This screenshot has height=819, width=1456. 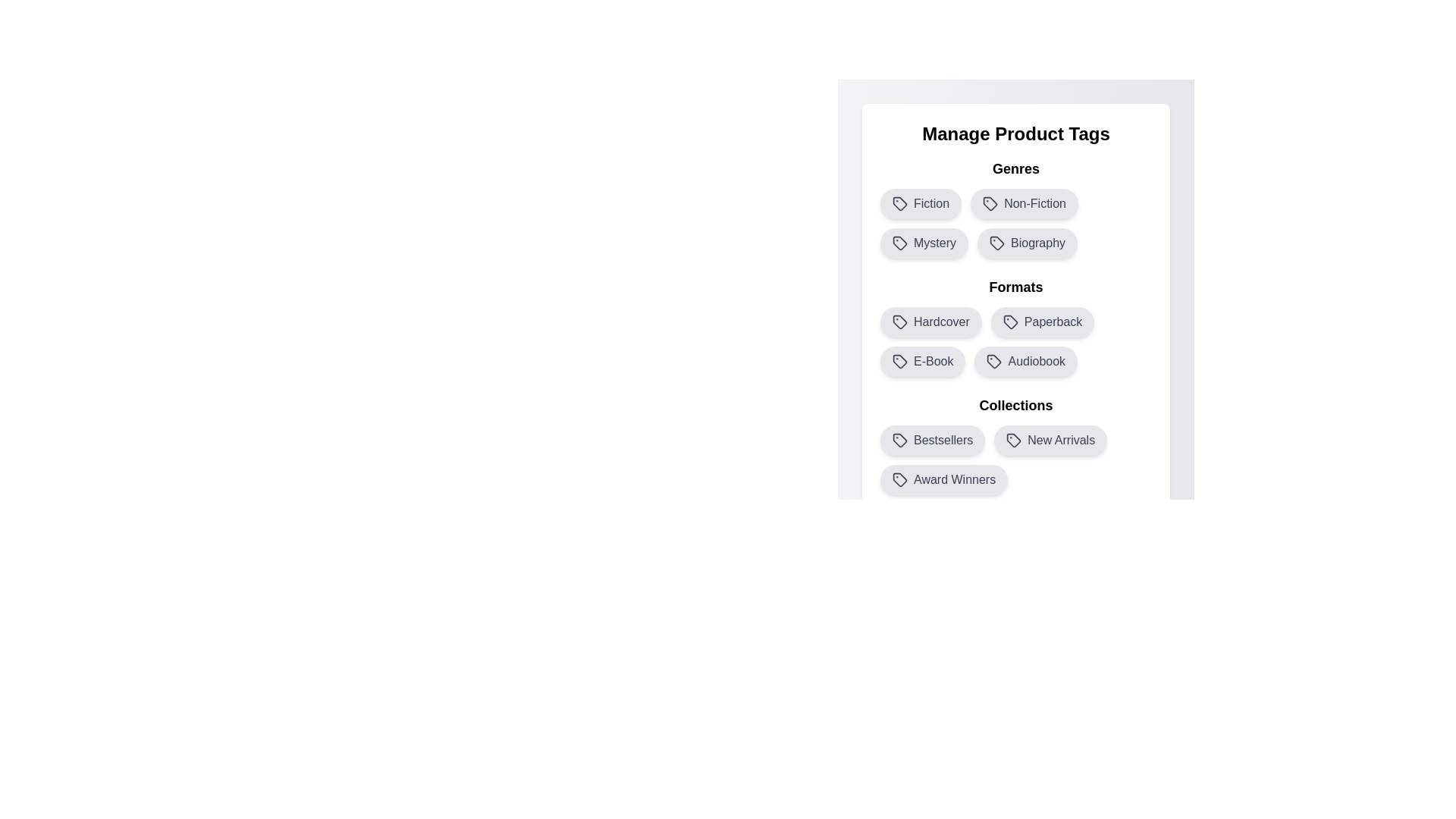 What do you see at coordinates (1042, 321) in the screenshot?
I see `the 'Paperback' button located in the 'Formats' section under the 'Manage Product Tags' title` at bounding box center [1042, 321].